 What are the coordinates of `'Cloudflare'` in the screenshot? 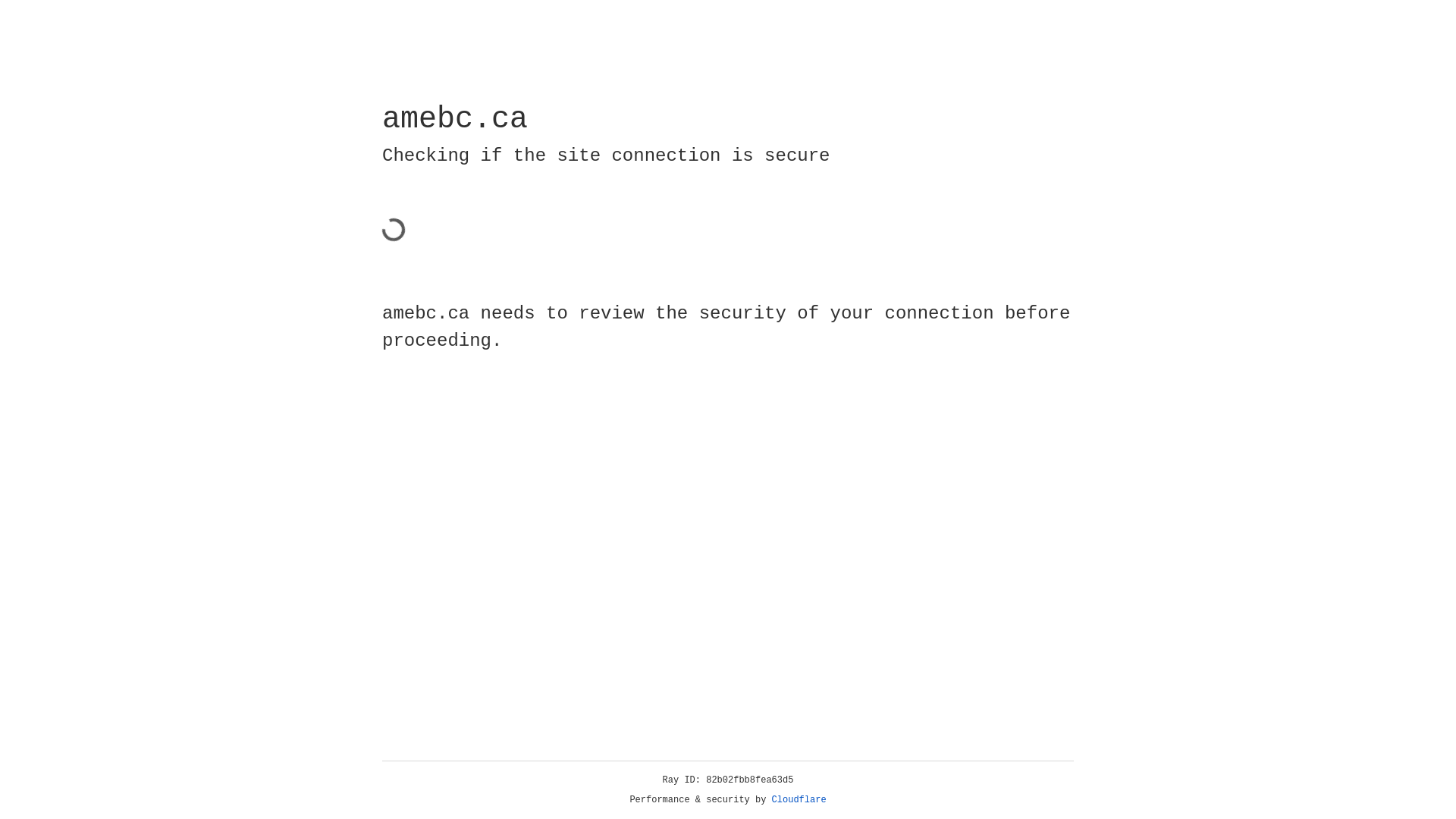 It's located at (771, 799).